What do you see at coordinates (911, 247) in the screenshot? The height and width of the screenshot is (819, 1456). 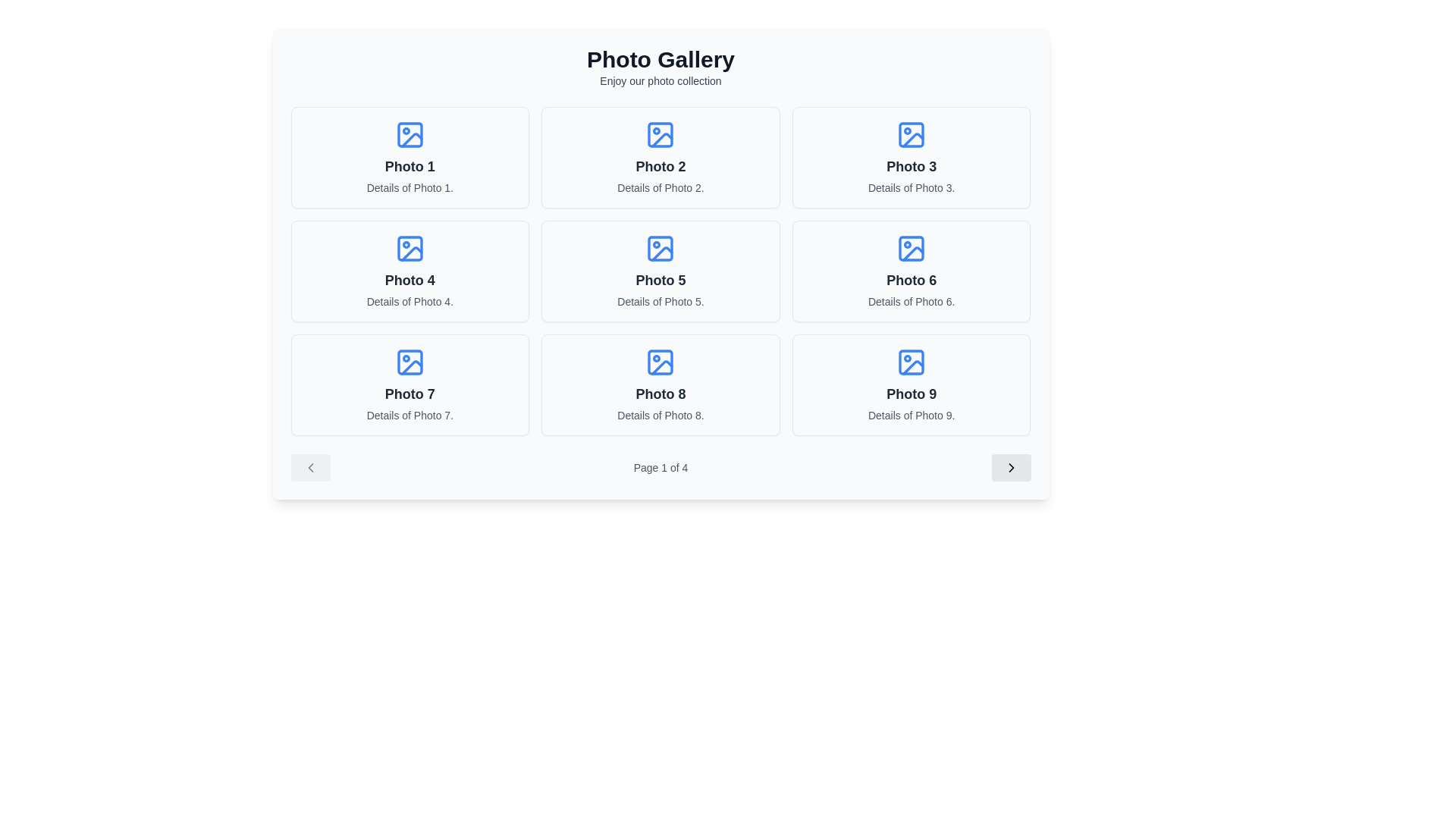 I see `the visual state of the blue image icon located at the top of the 'Photo 6' card in the second row of the photo grid` at bounding box center [911, 247].